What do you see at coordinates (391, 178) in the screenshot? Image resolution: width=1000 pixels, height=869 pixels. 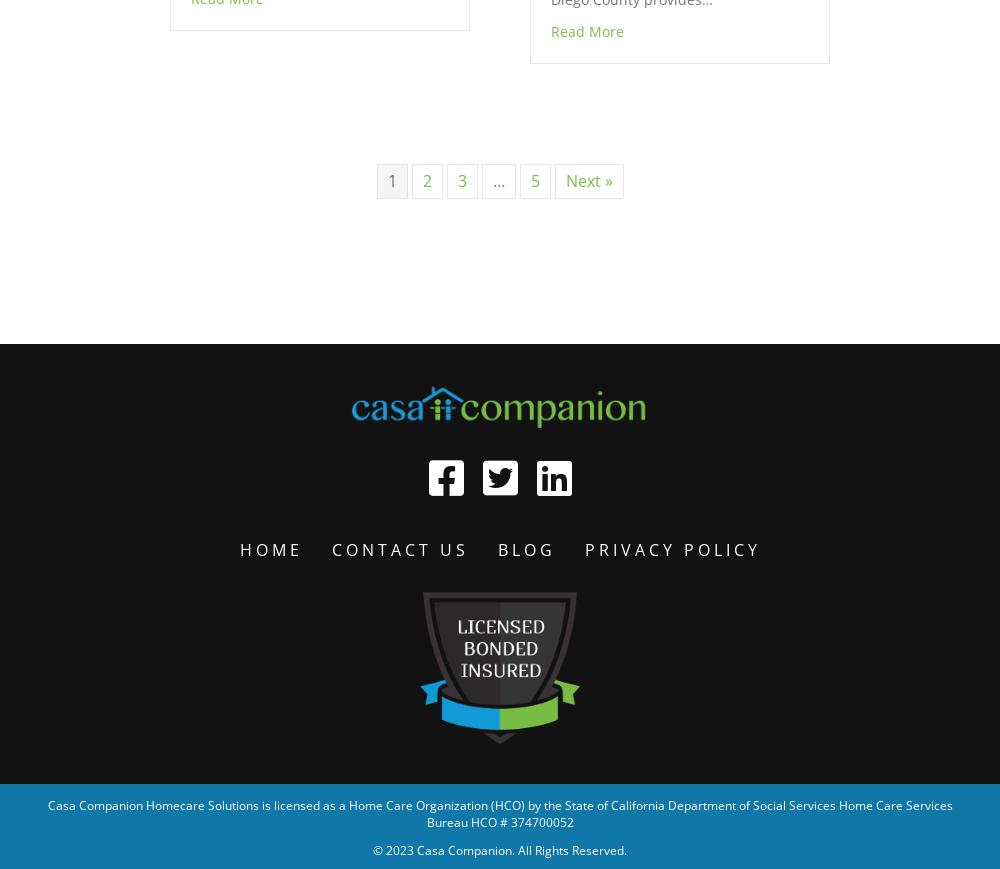 I see `'1'` at bounding box center [391, 178].